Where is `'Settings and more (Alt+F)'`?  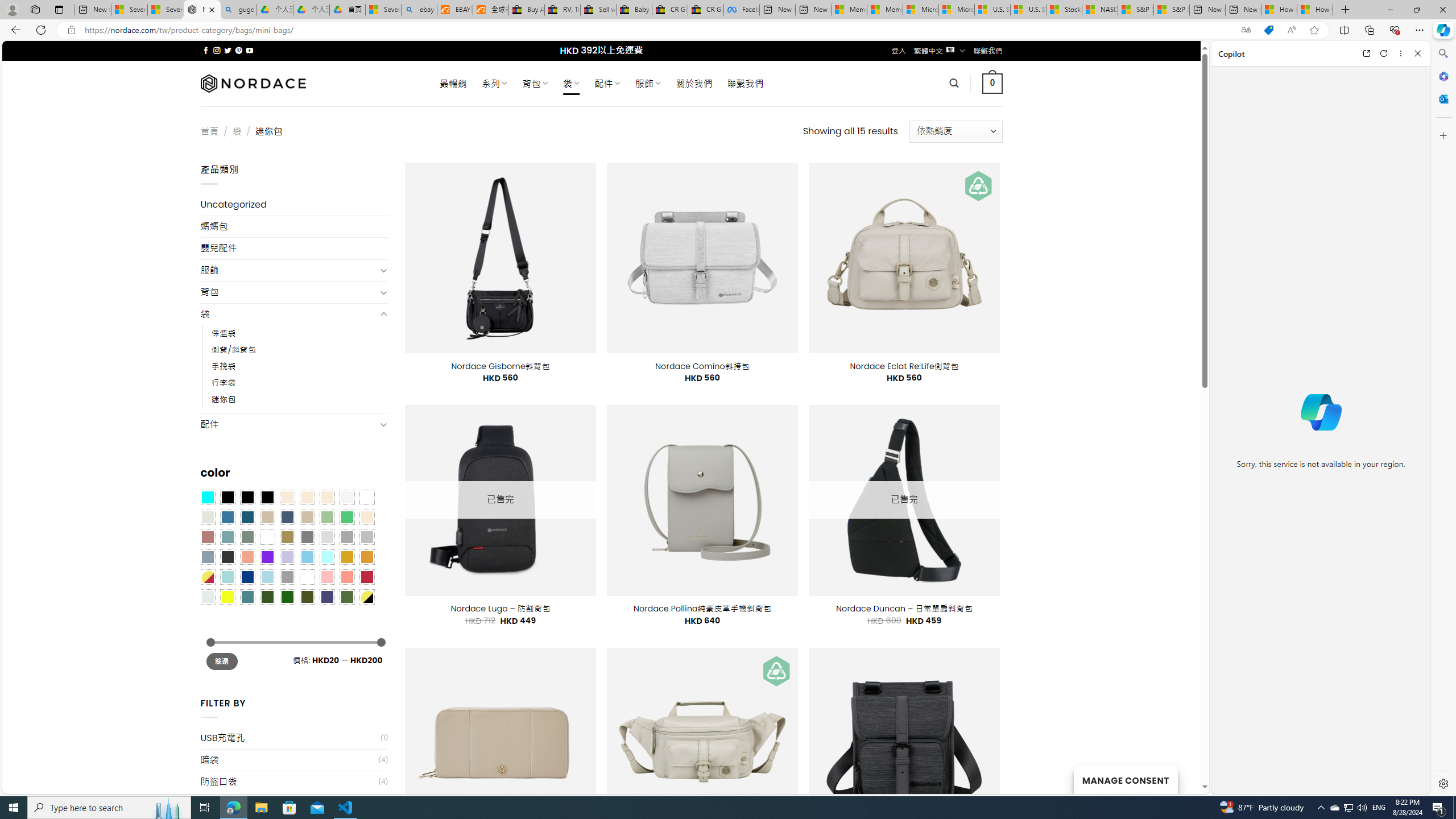
'Settings and more (Alt+F)' is located at coordinates (1419, 29).